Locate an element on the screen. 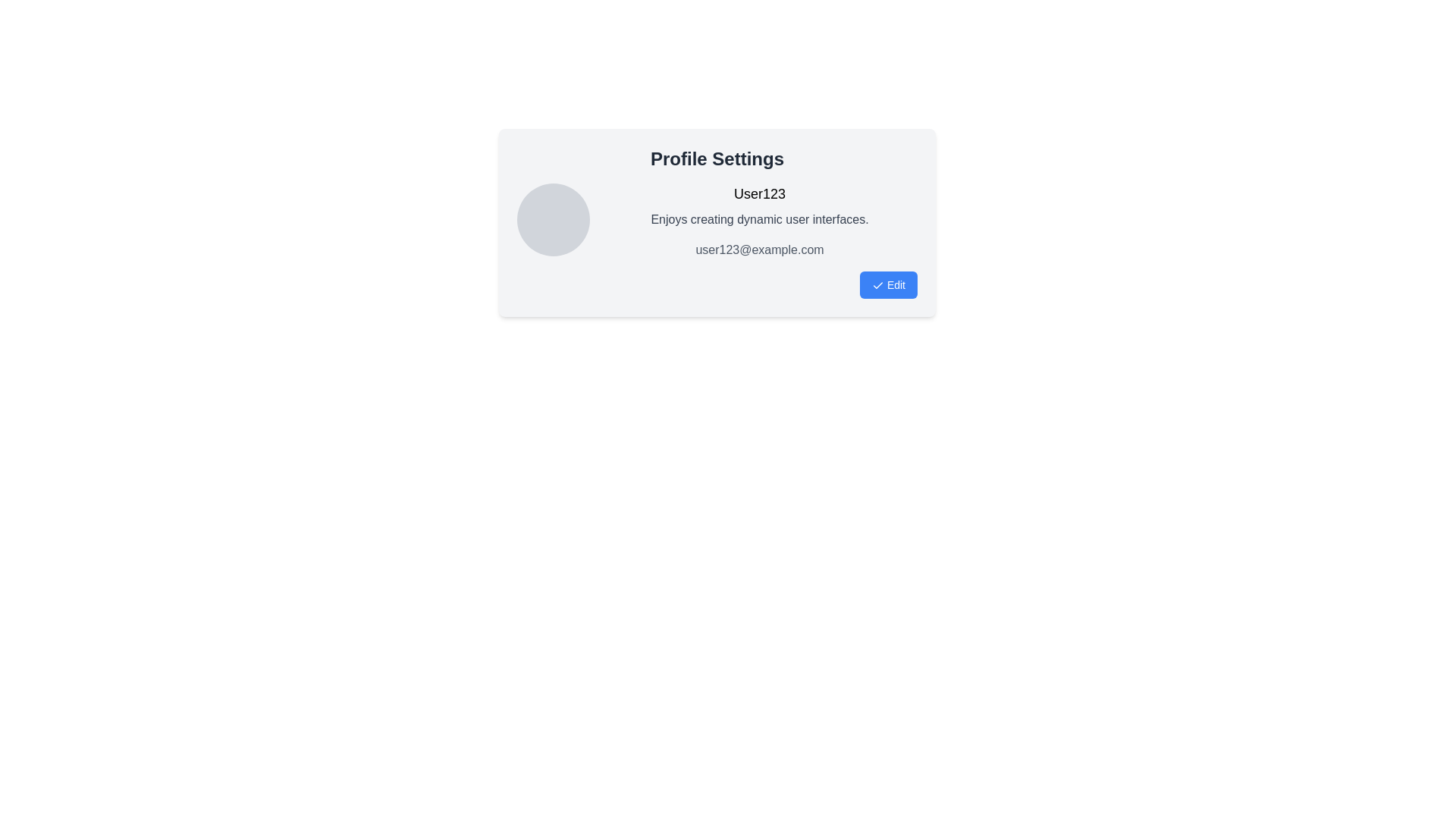  the Text label providing descriptive information about the user's interests or activities, located below 'User123' and above 'user123@example.com' is located at coordinates (760, 219).